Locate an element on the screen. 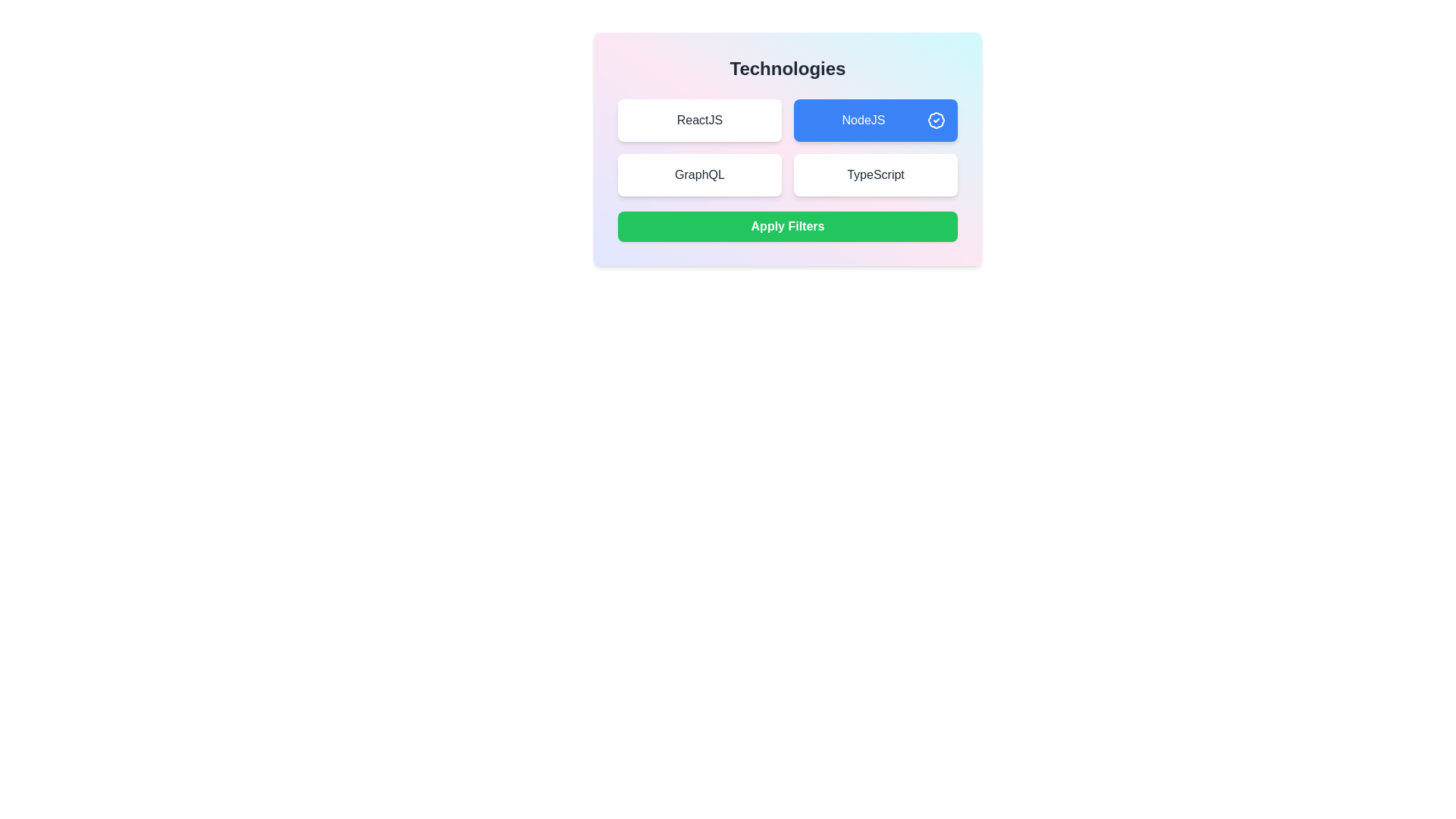 Image resolution: width=1456 pixels, height=819 pixels. the chip with label ReactJS is located at coordinates (698, 119).